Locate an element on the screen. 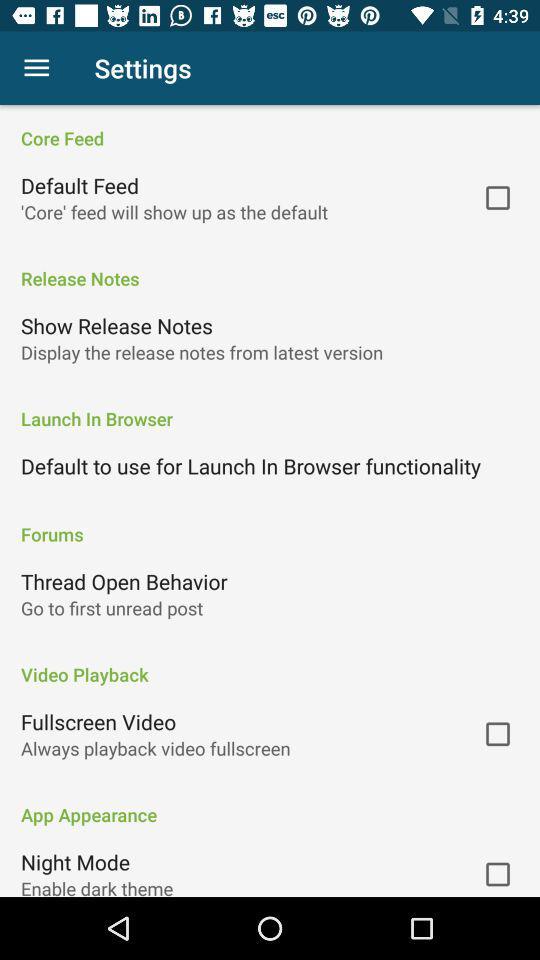 The width and height of the screenshot is (540, 960). default to use is located at coordinates (251, 466).